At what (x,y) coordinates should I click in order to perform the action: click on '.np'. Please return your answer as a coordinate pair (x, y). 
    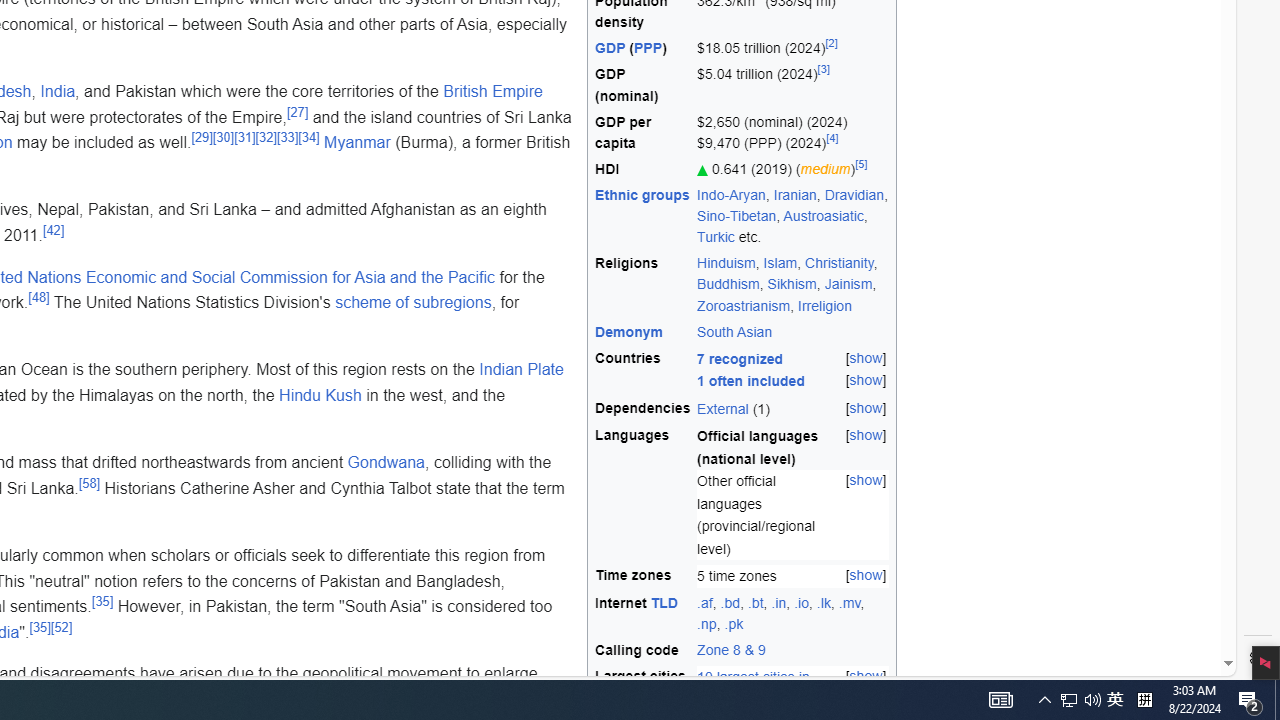
    Looking at the image, I should click on (707, 623).